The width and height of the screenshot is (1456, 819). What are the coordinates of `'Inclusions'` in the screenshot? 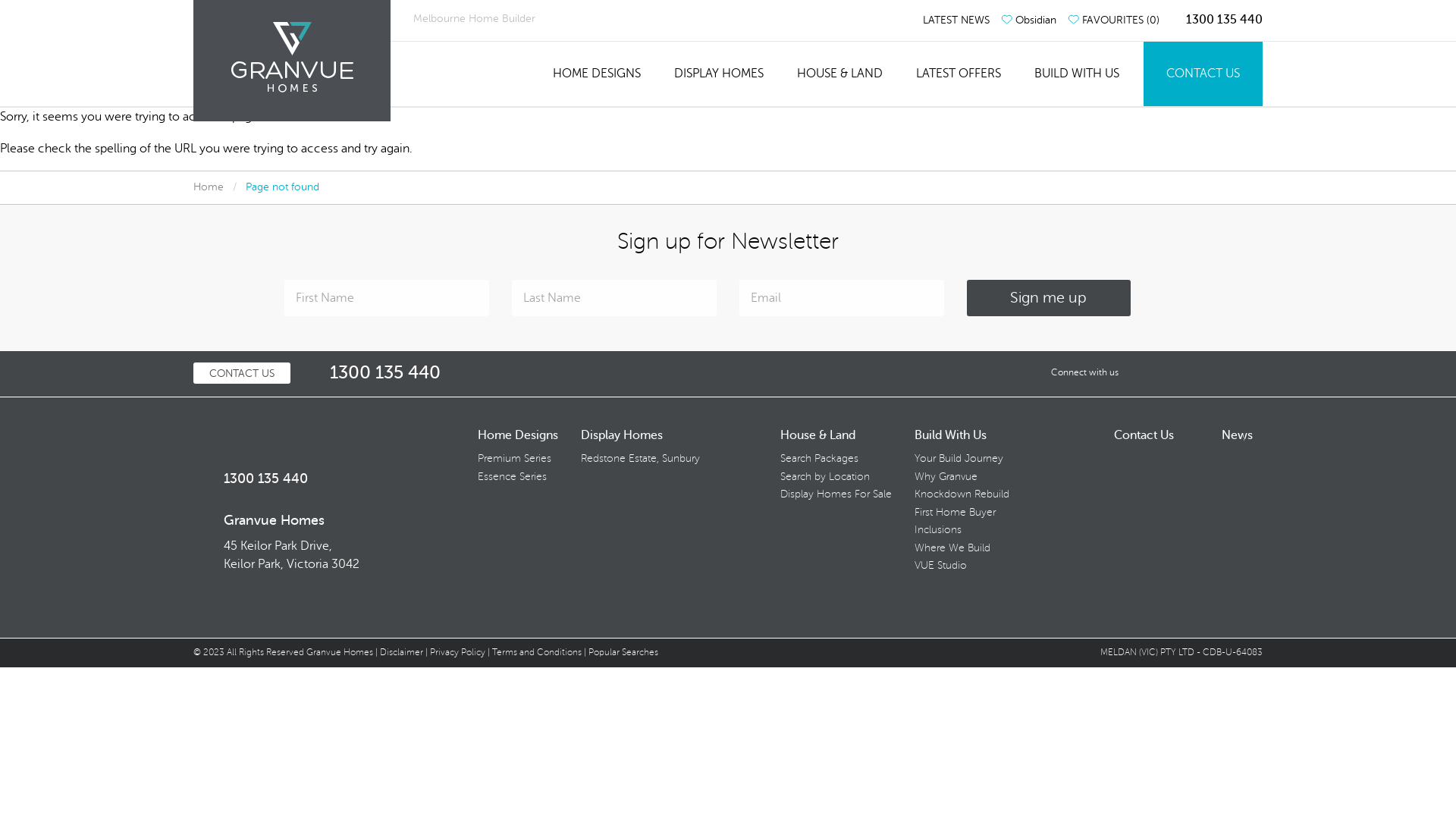 It's located at (937, 529).